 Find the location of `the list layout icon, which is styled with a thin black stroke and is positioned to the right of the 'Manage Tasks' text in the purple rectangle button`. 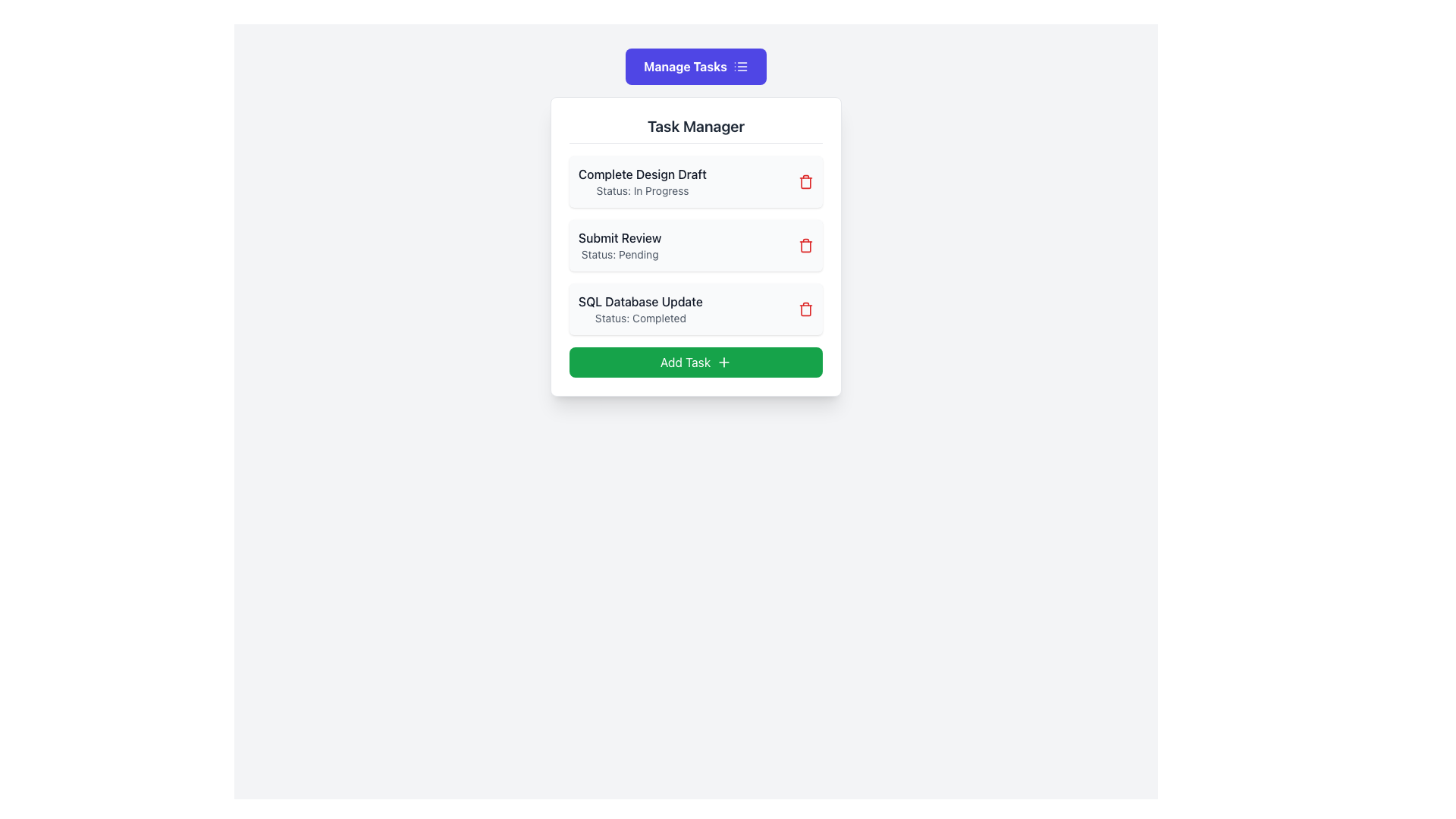

the list layout icon, which is styled with a thin black stroke and is positioned to the right of the 'Manage Tasks' text in the purple rectangle button is located at coordinates (740, 66).